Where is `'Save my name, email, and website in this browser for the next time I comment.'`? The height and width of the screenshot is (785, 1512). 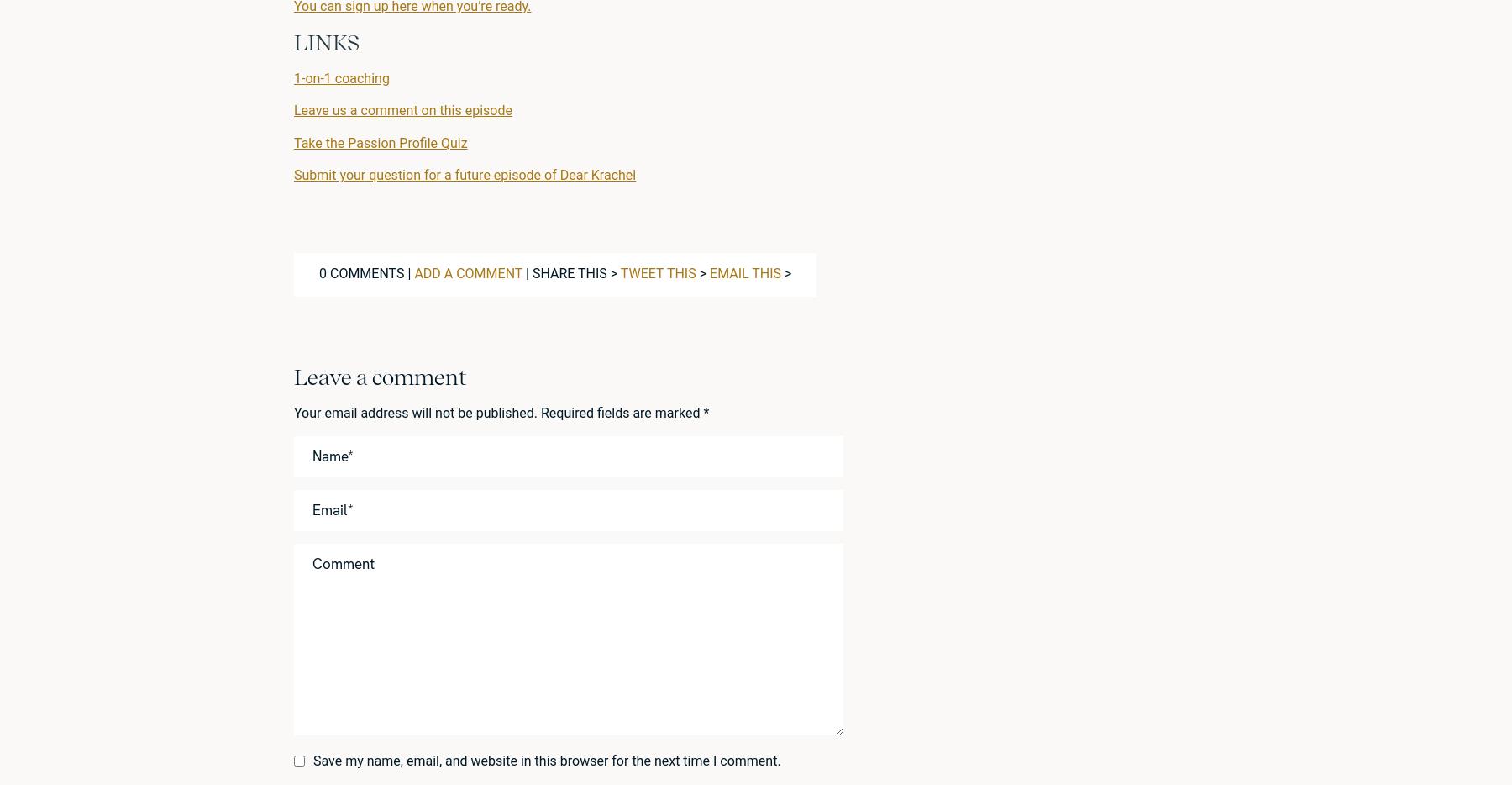 'Save my name, email, and website in this browser for the next time I comment.' is located at coordinates (547, 760).